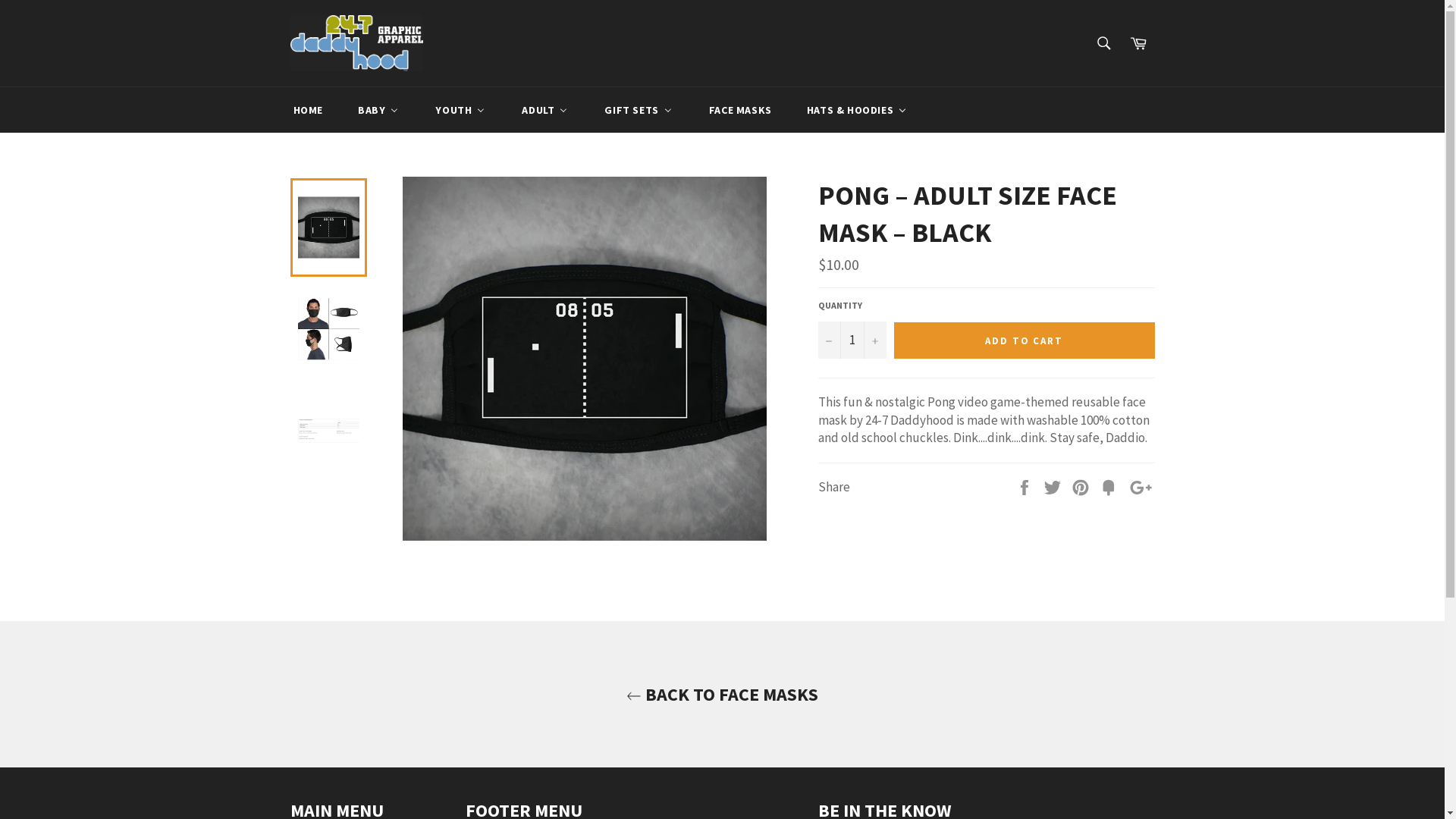 Image resolution: width=1456 pixels, height=819 pixels. I want to click on '+', so click(874, 339).